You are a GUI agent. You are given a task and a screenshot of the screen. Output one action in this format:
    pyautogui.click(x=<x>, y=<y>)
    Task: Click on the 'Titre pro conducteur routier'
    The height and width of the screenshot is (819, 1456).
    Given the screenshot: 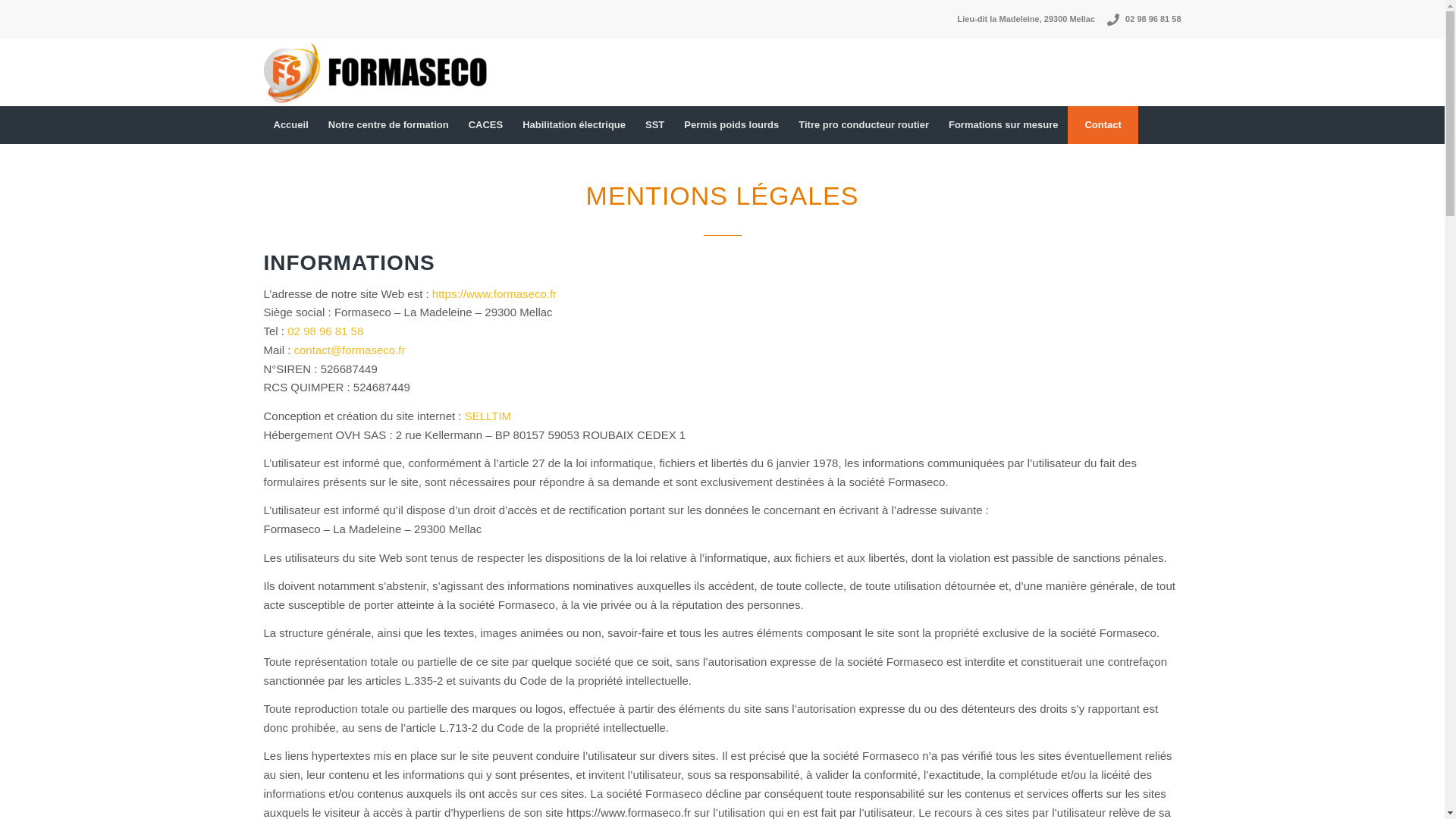 What is the action you would take?
    pyautogui.click(x=863, y=124)
    